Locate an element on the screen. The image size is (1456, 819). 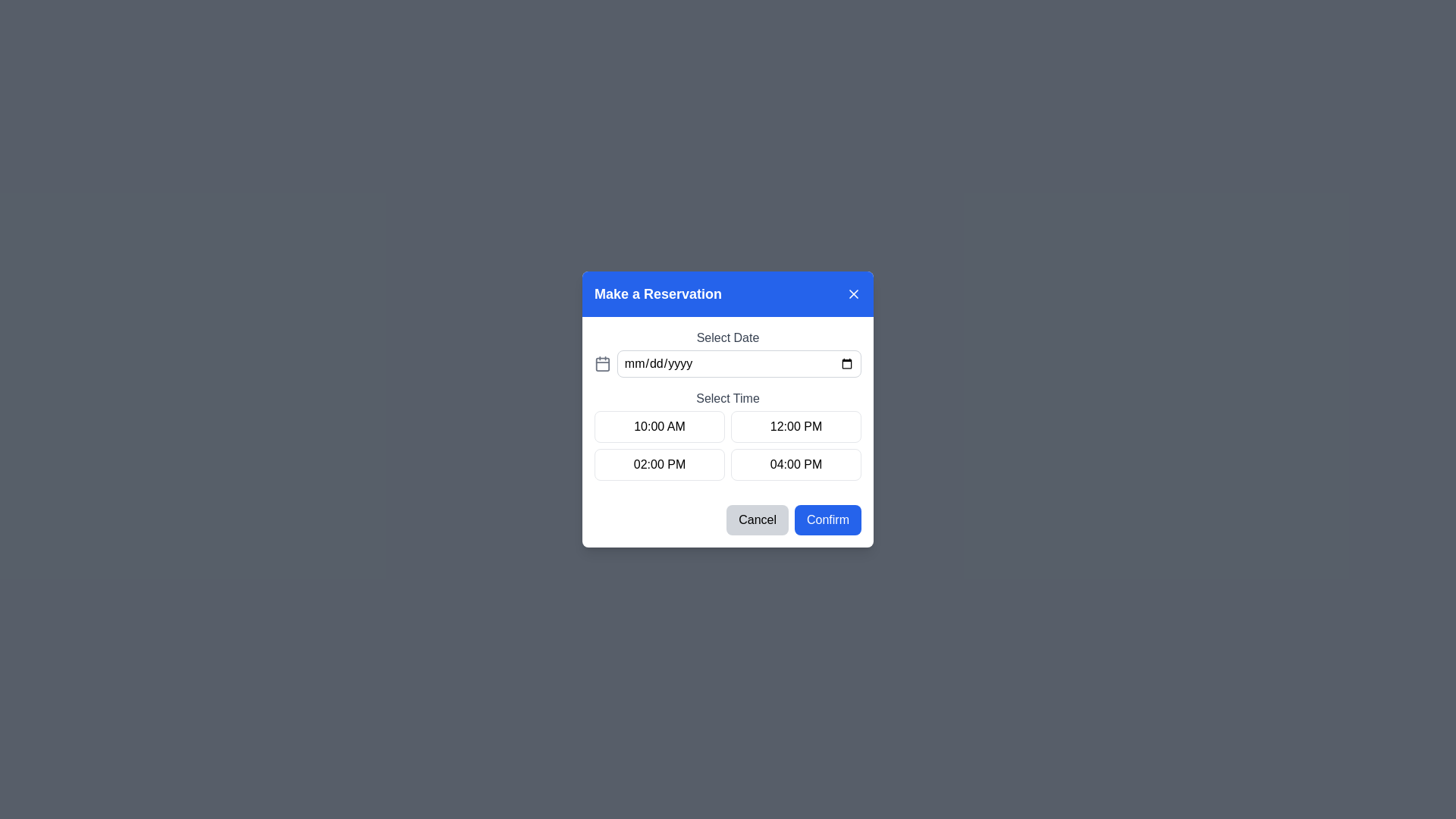
the text label displaying 'Make a Reservation' which is located in the left-center area of the blue header bar of the modal dialog box is located at coordinates (658, 294).